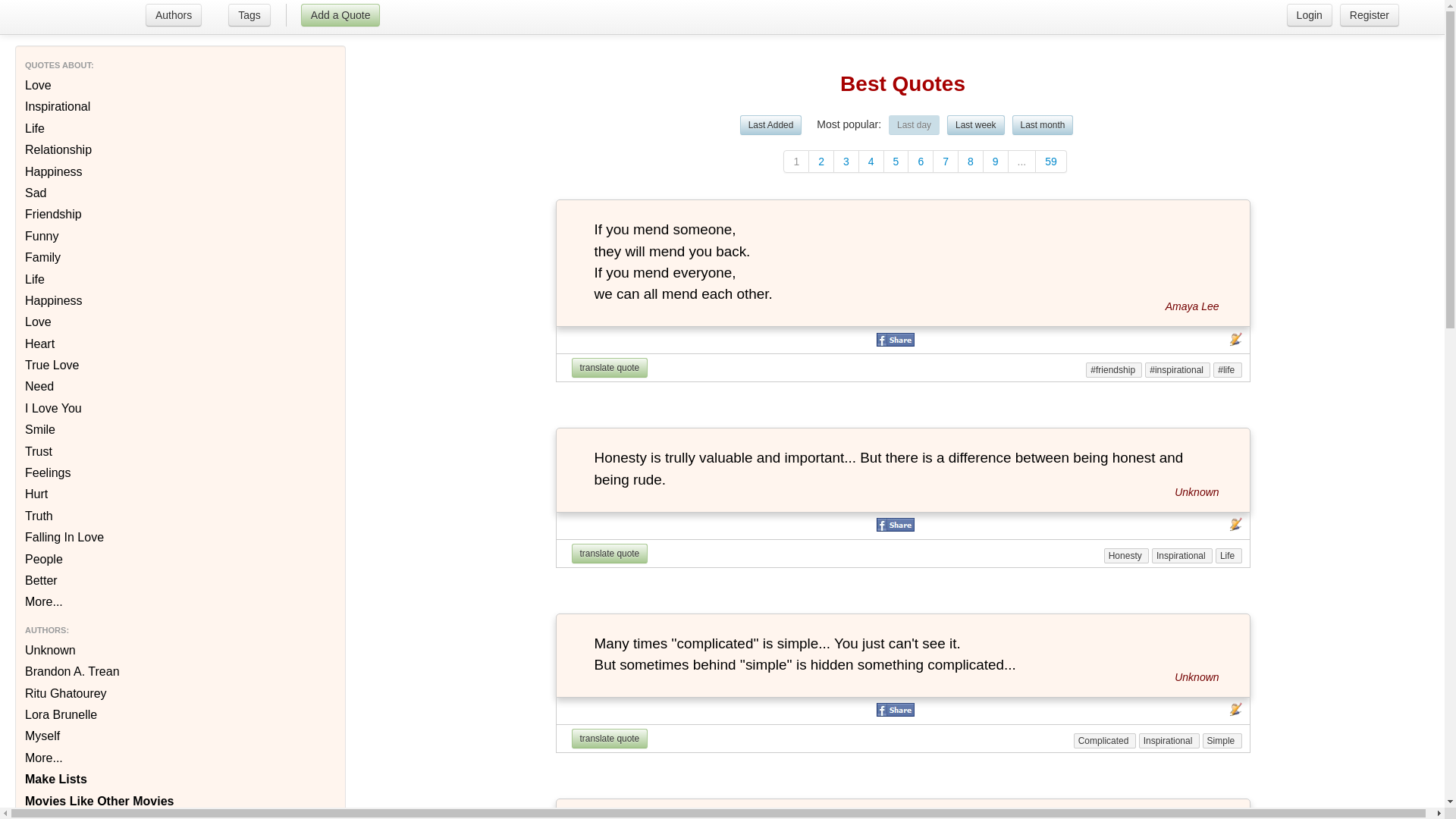  What do you see at coordinates (14, 800) in the screenshot?
I see `'Movies Like Other Movies'` at bounding box center [14, 800].